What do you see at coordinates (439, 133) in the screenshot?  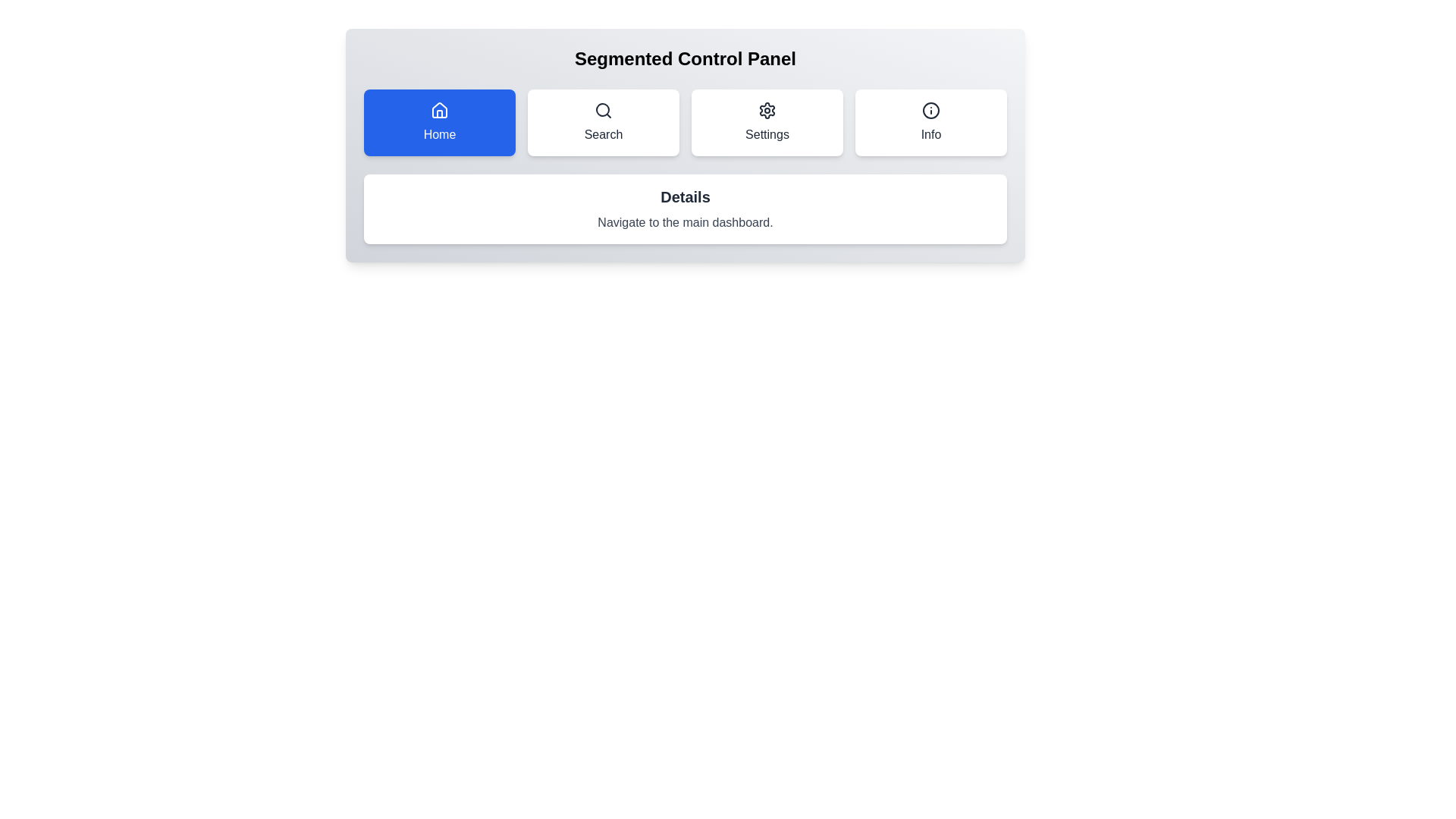 I see `text displayed in the 'Home' text label, which is positioned below a house-shaped icon in a blue rectangular button on the navigation panel` at bounding box center [439, 133].